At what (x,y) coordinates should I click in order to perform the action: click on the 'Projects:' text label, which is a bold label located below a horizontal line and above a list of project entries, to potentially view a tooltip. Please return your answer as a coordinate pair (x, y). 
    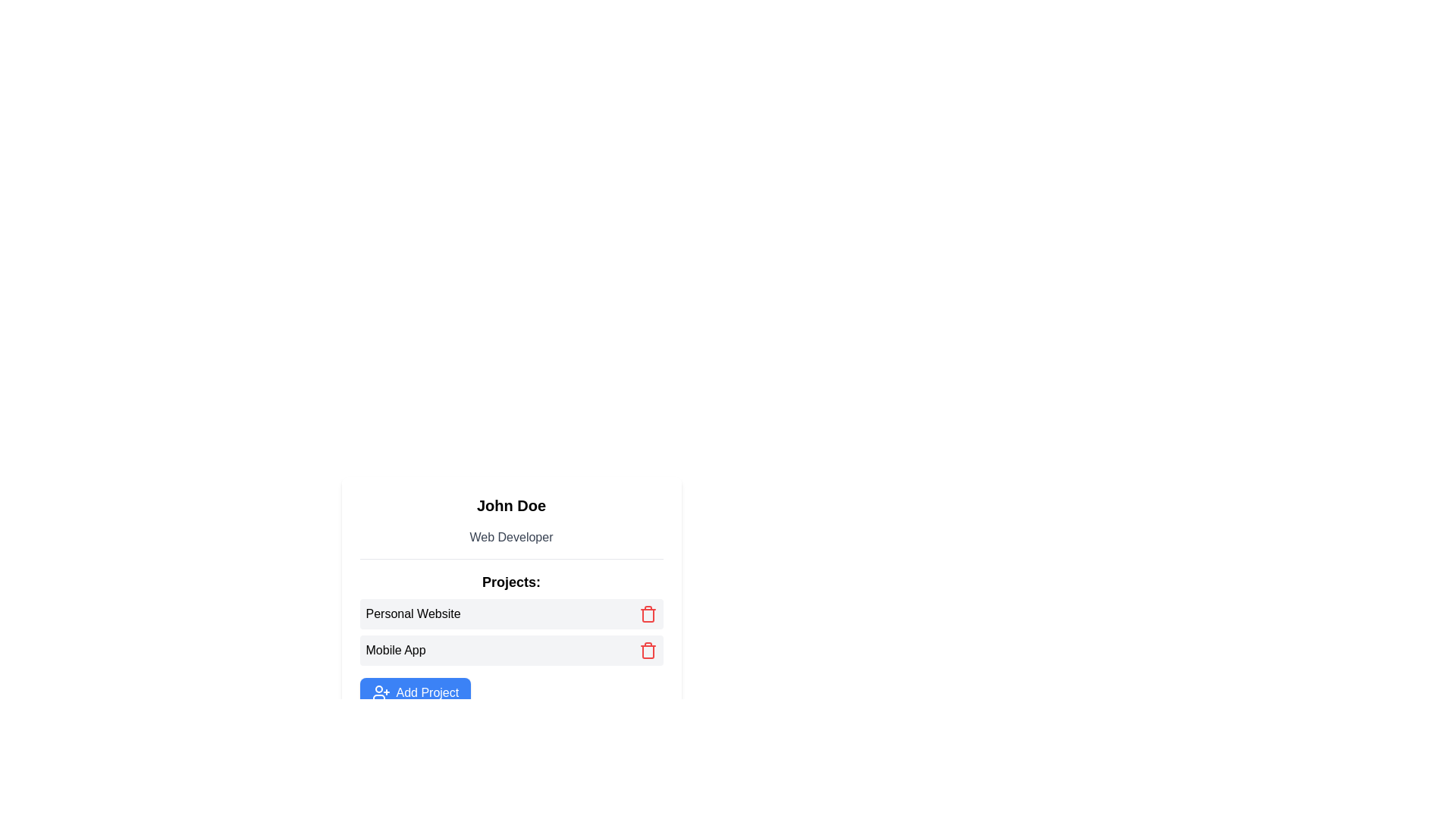
    Looking at the image, I should click on (511, 581).